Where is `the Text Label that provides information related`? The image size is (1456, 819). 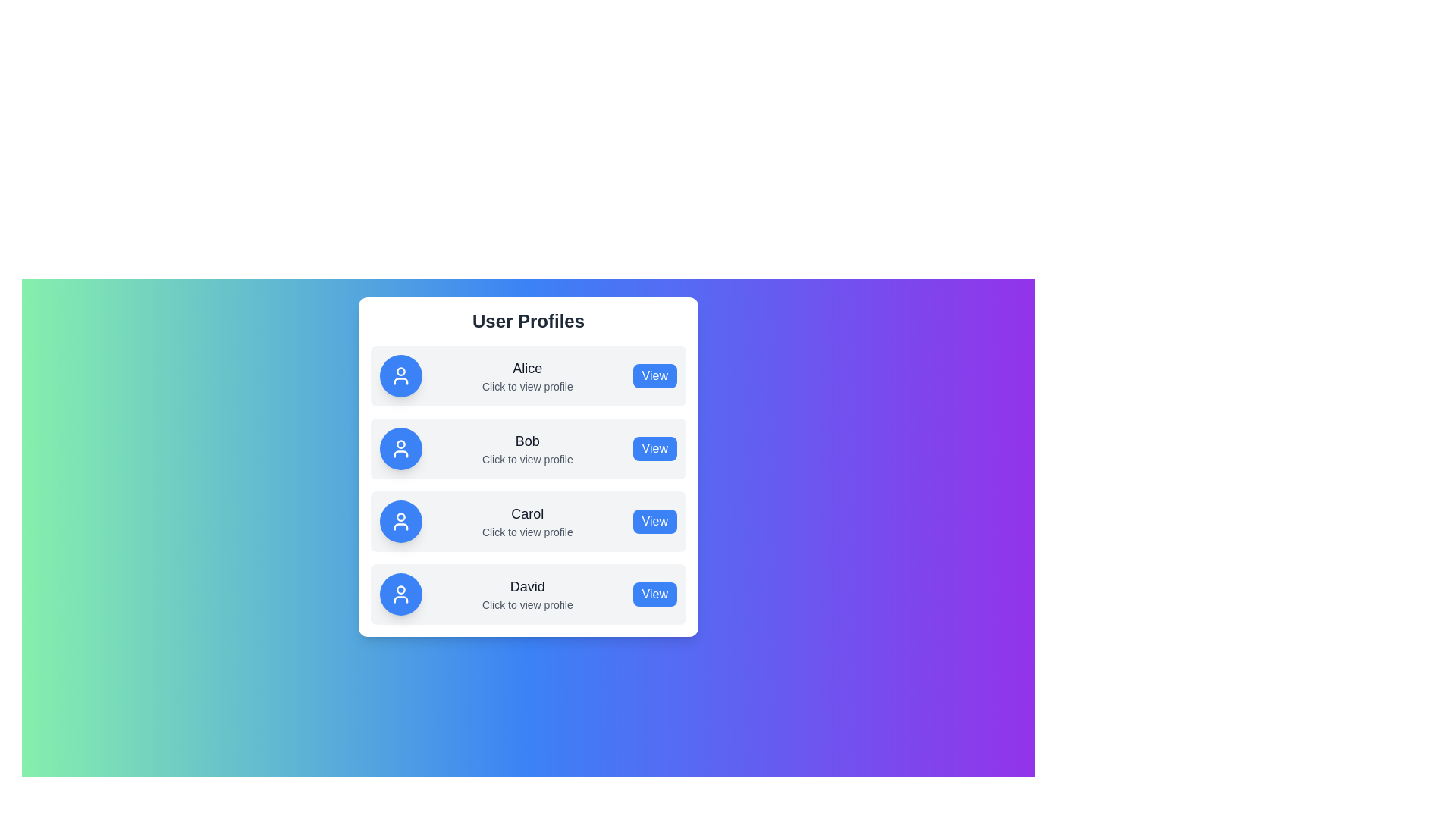
the Text Label that provides information related is located at coordinates (527, 385).